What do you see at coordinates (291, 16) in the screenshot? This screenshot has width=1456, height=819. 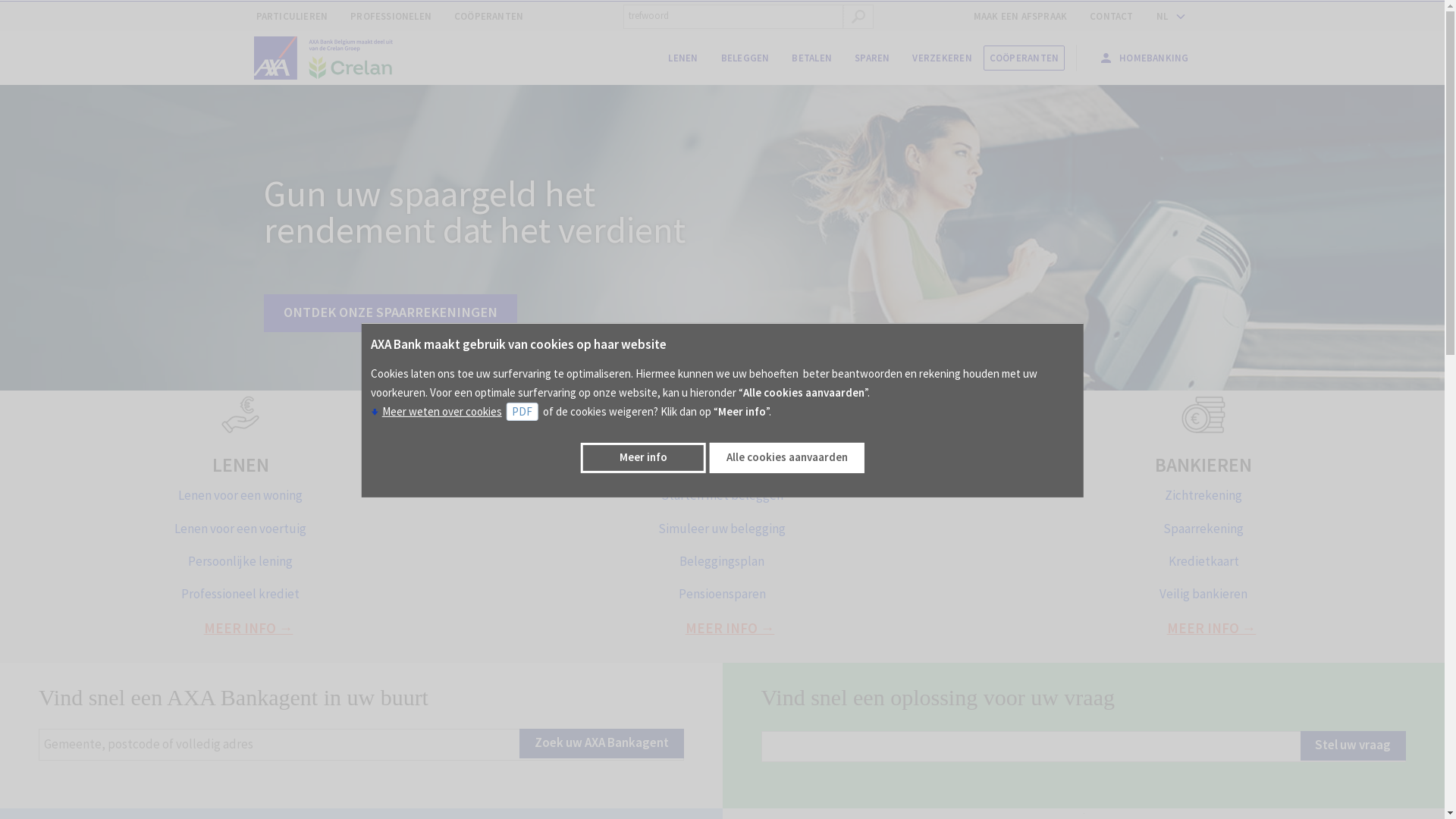 I see `'PARTICULIEREN'` at bounding box center [291, 16].